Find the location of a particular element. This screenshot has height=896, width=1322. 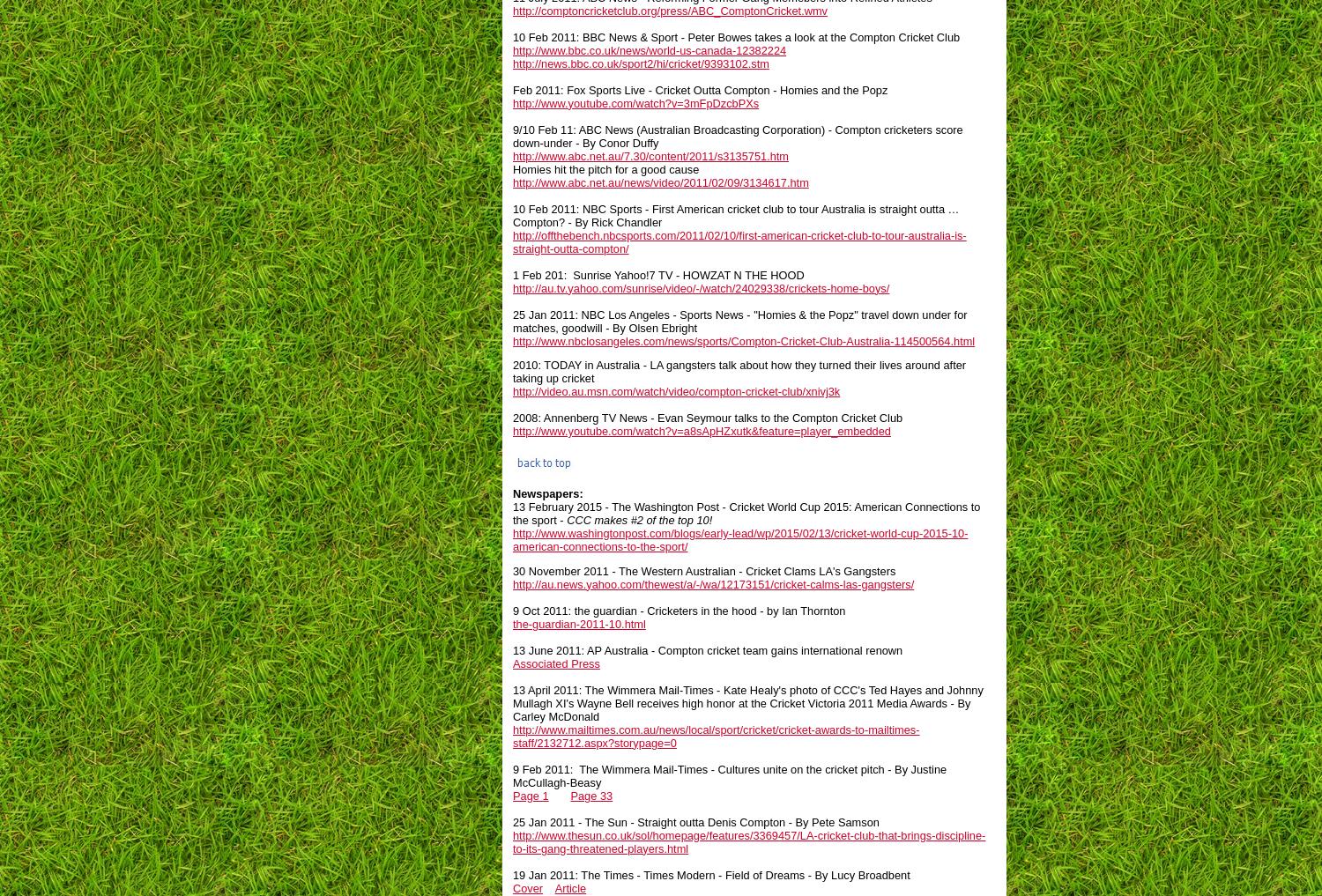

'http://www.mailtimes.com.au/news/local/sport/cricket/cricket-awards-to-mailtimes-staff/2132712.aspx?storypage=0' is located at coordinates (512, 734).